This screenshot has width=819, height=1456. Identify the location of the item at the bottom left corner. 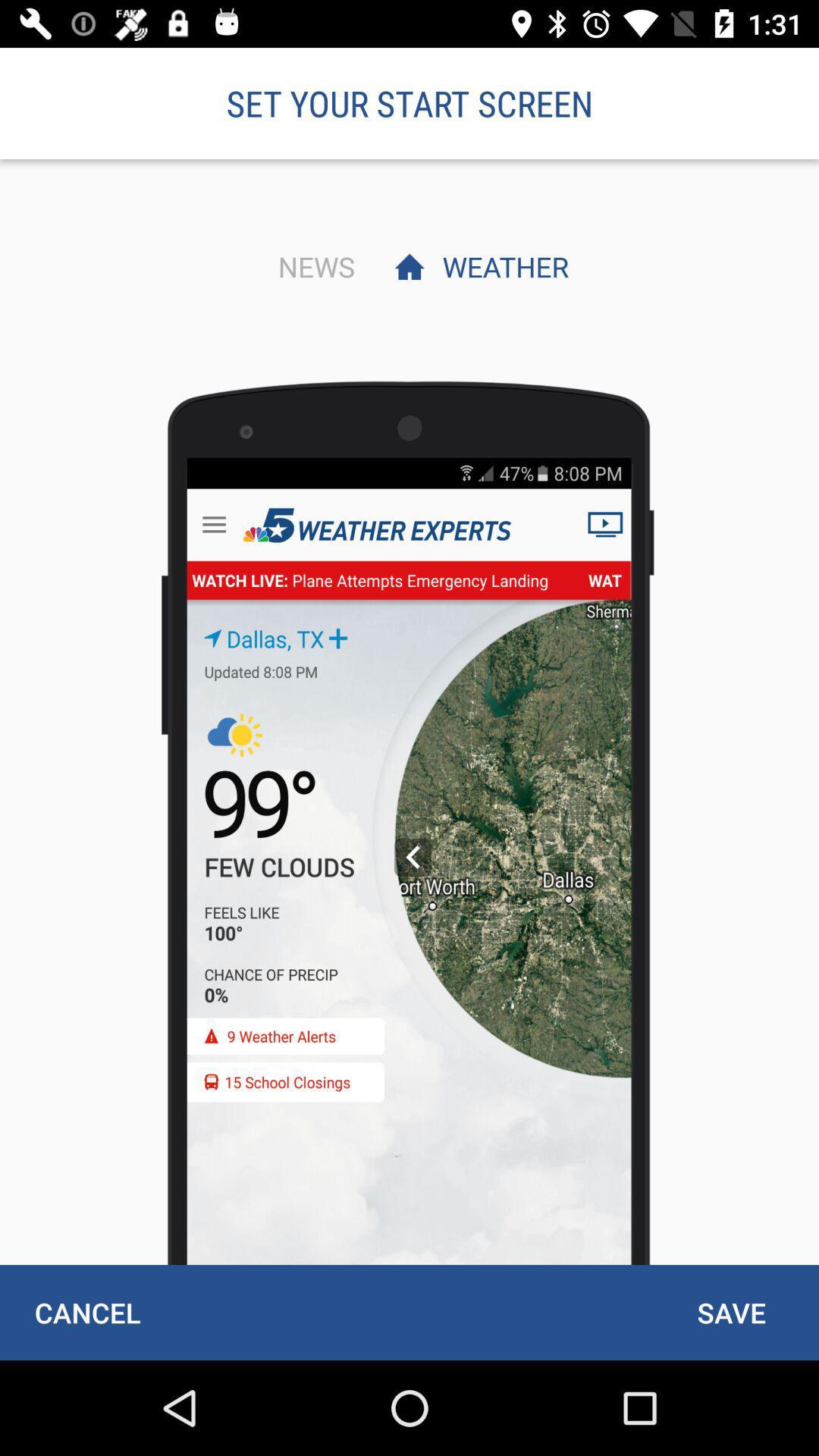
(87, 1312).